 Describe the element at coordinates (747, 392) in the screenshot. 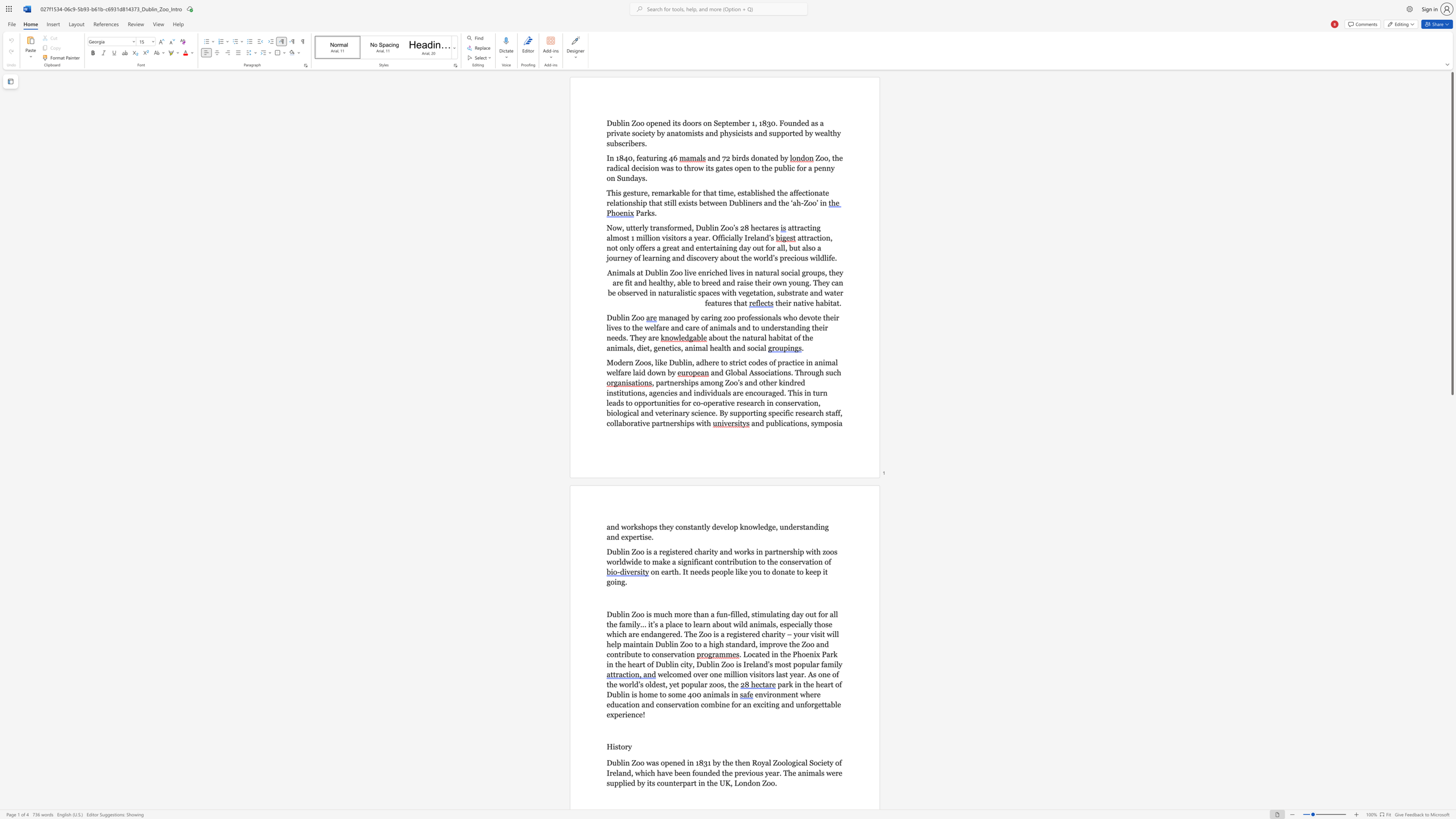

I see `the 7th character "e" in the text` at that location.